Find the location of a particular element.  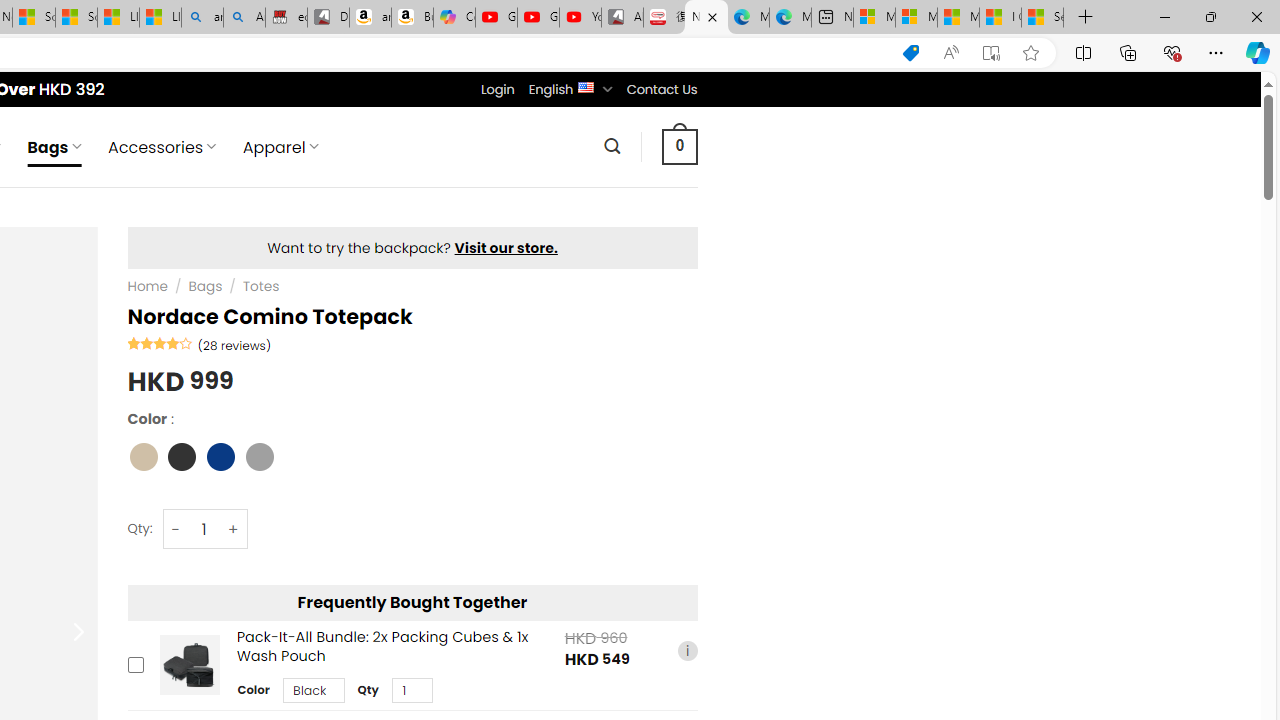

'Amazon Echo Dot PNG - Search Images' is located at coordinates (243, 17).